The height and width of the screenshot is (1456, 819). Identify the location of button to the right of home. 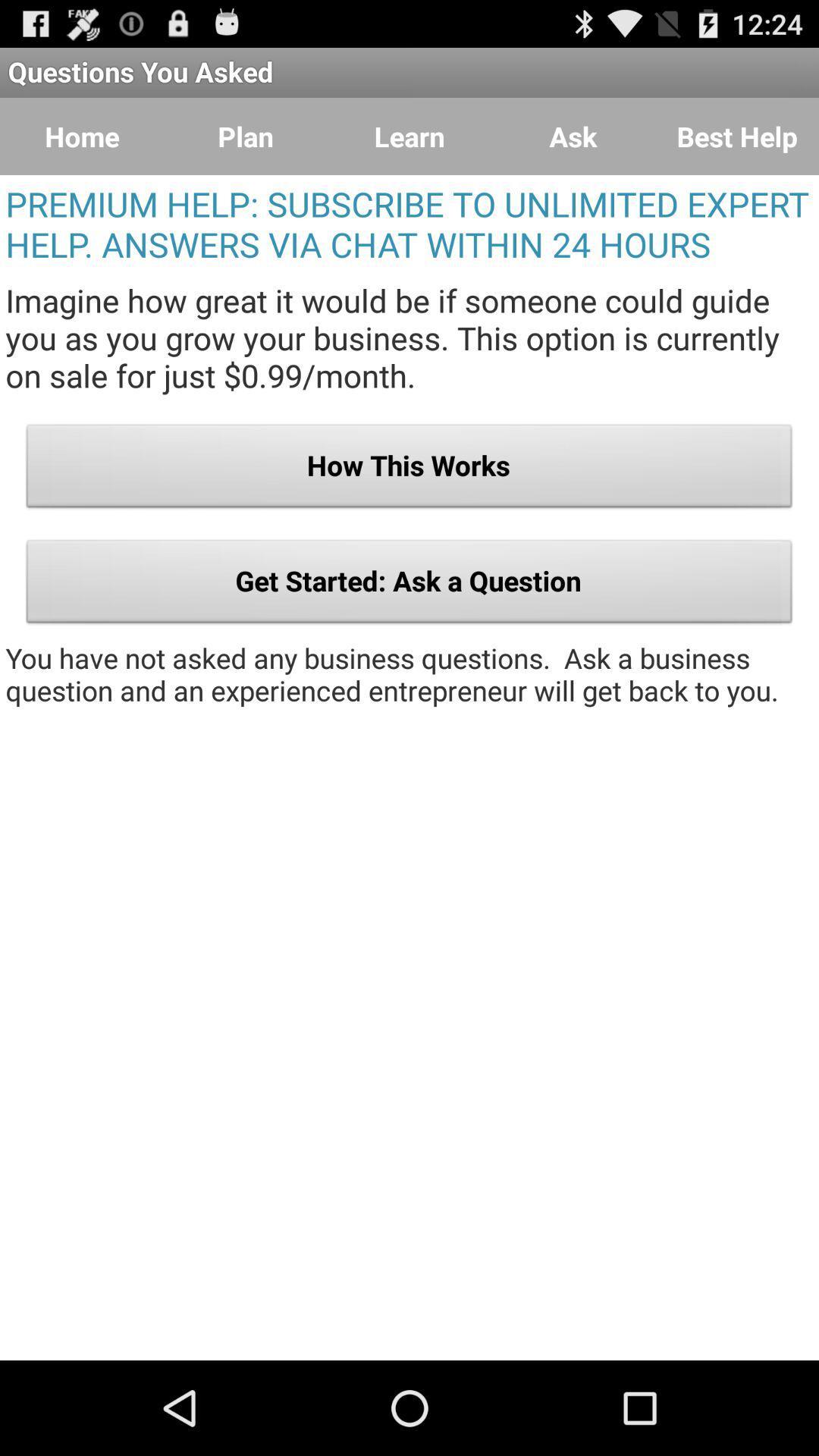
(245, 136).